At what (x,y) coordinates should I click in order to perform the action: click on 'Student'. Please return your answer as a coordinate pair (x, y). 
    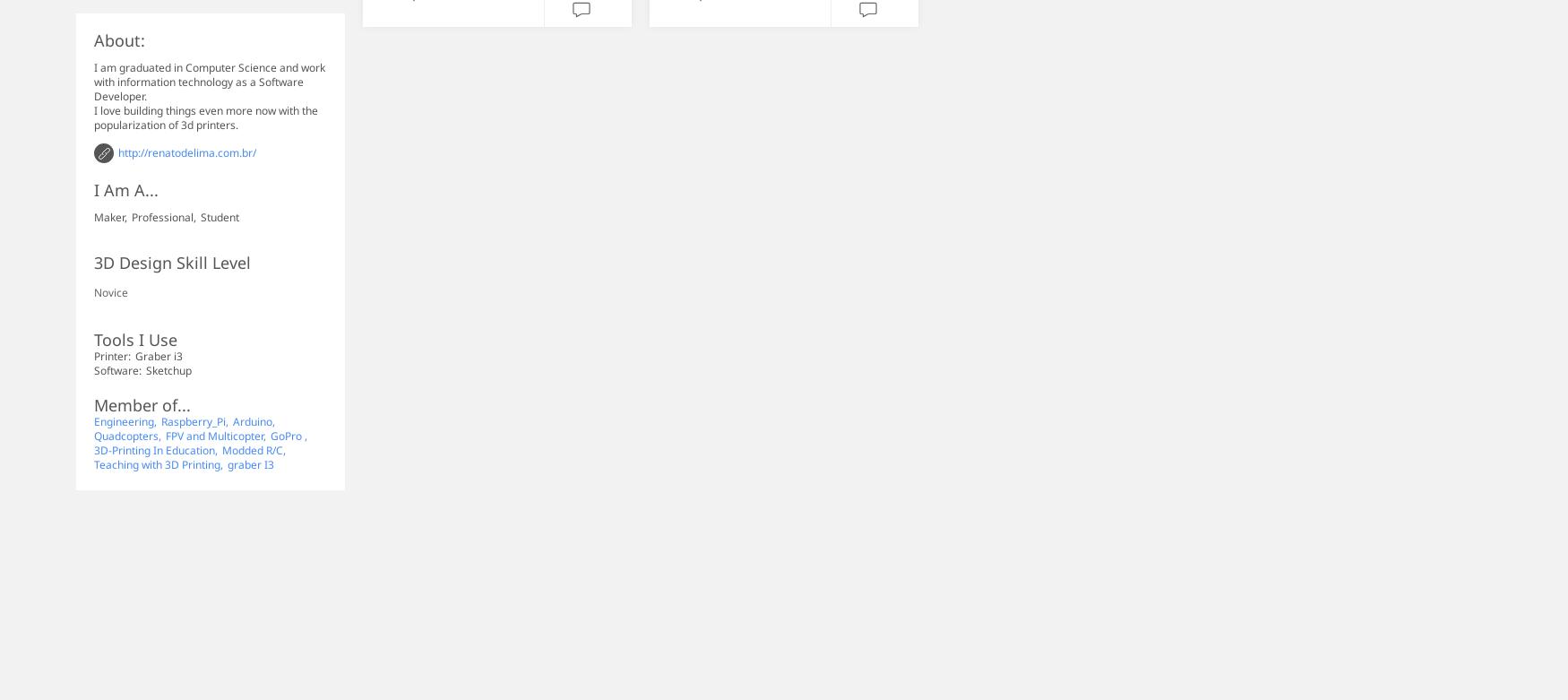
    Looking at the image, I should click on (220, 216).